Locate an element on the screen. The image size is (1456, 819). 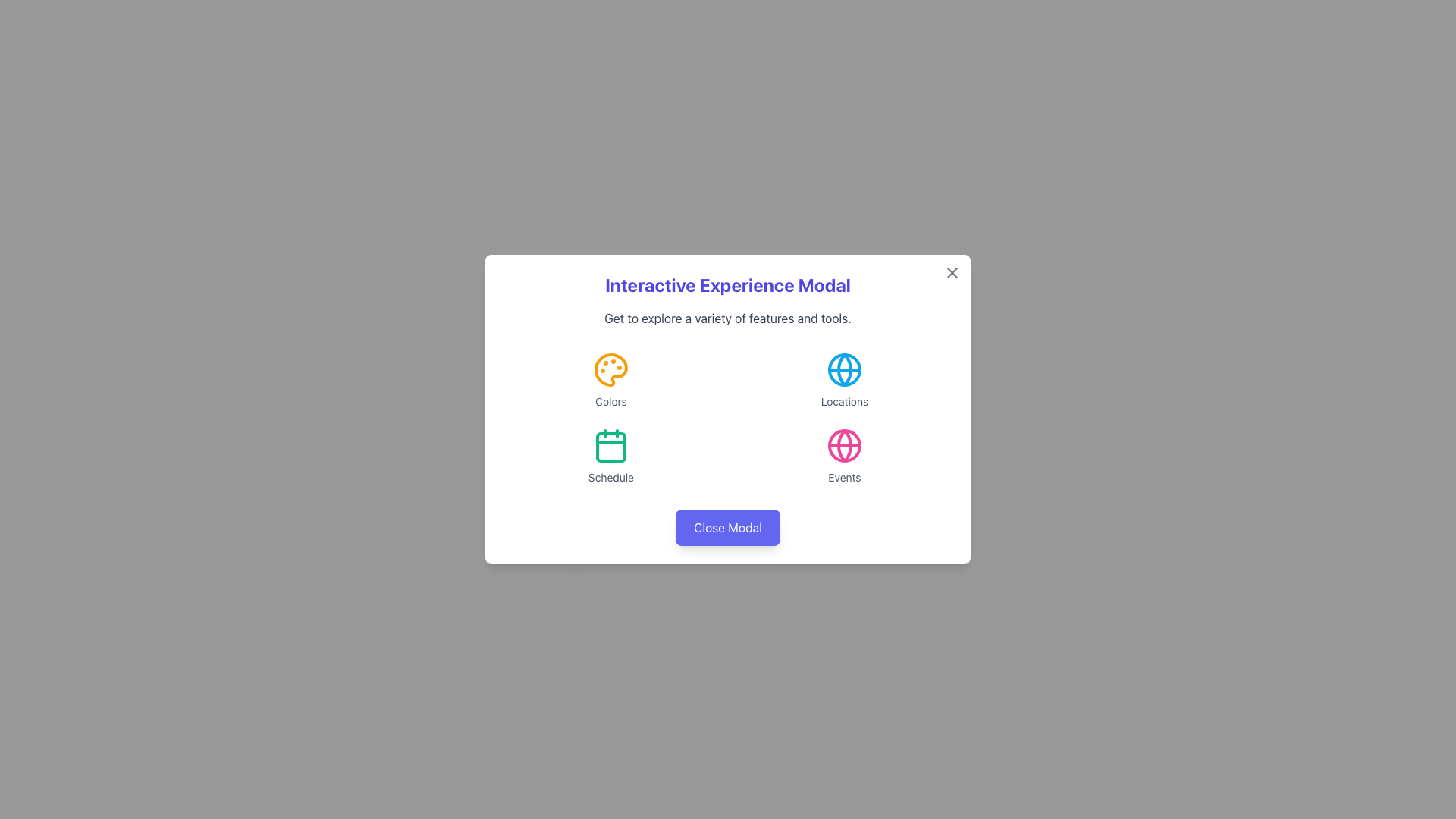
the 'Events' menu item located in the bottom right corner of the UI, which features a pink globe icon above the text label is located at coordinates (843, 455).